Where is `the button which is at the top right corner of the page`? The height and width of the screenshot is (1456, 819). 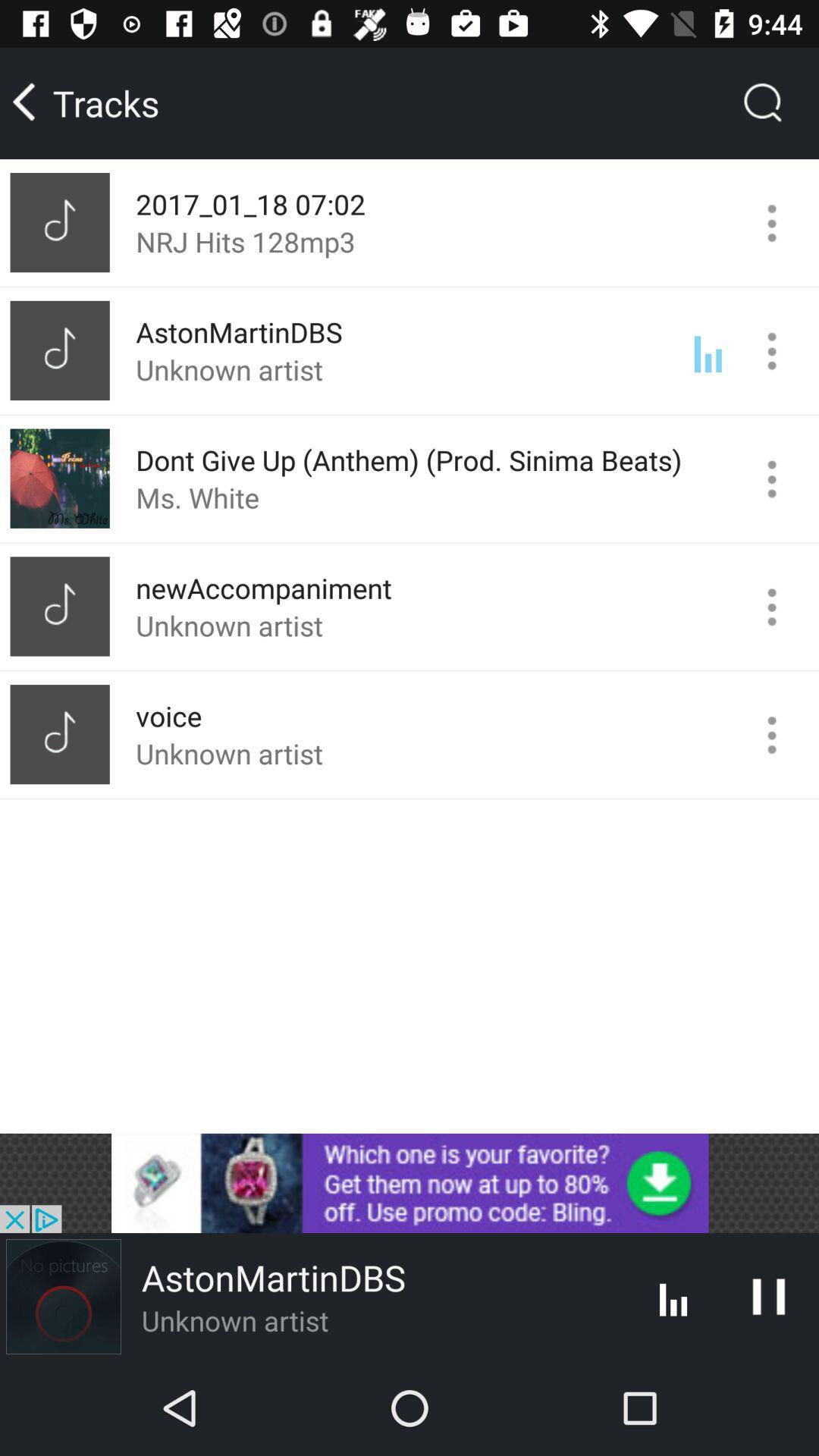
the button which is at the top right corner of the page is located at coordinates (763, 102).